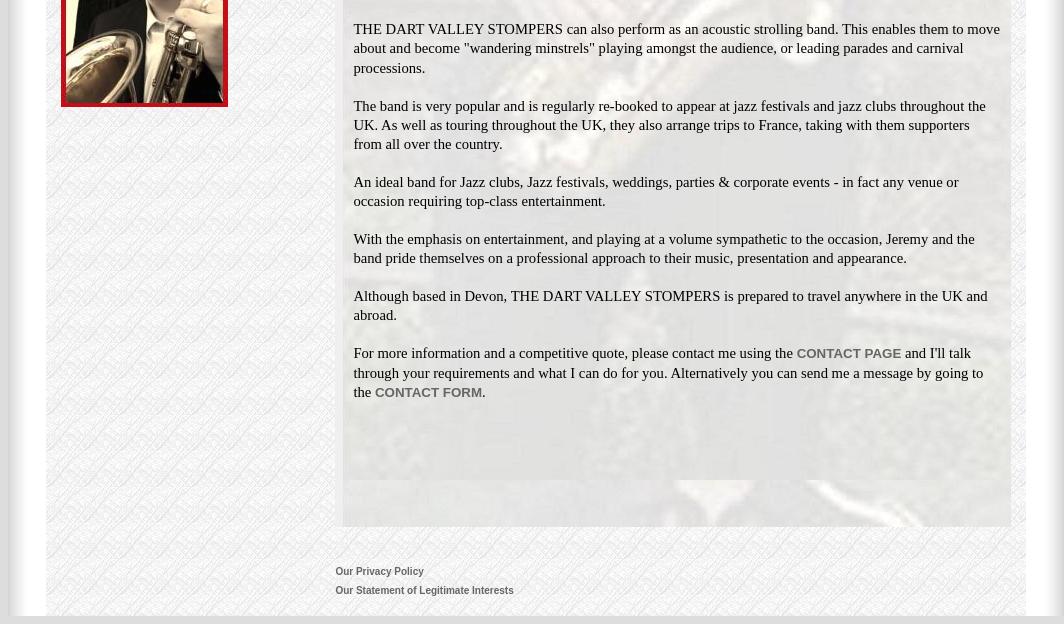 The width and height of the screenshot is (1064, 624). Describe the element at coordinates (378, 570) in the screenshot. I see `'Our Privacy Policy'` at that location.